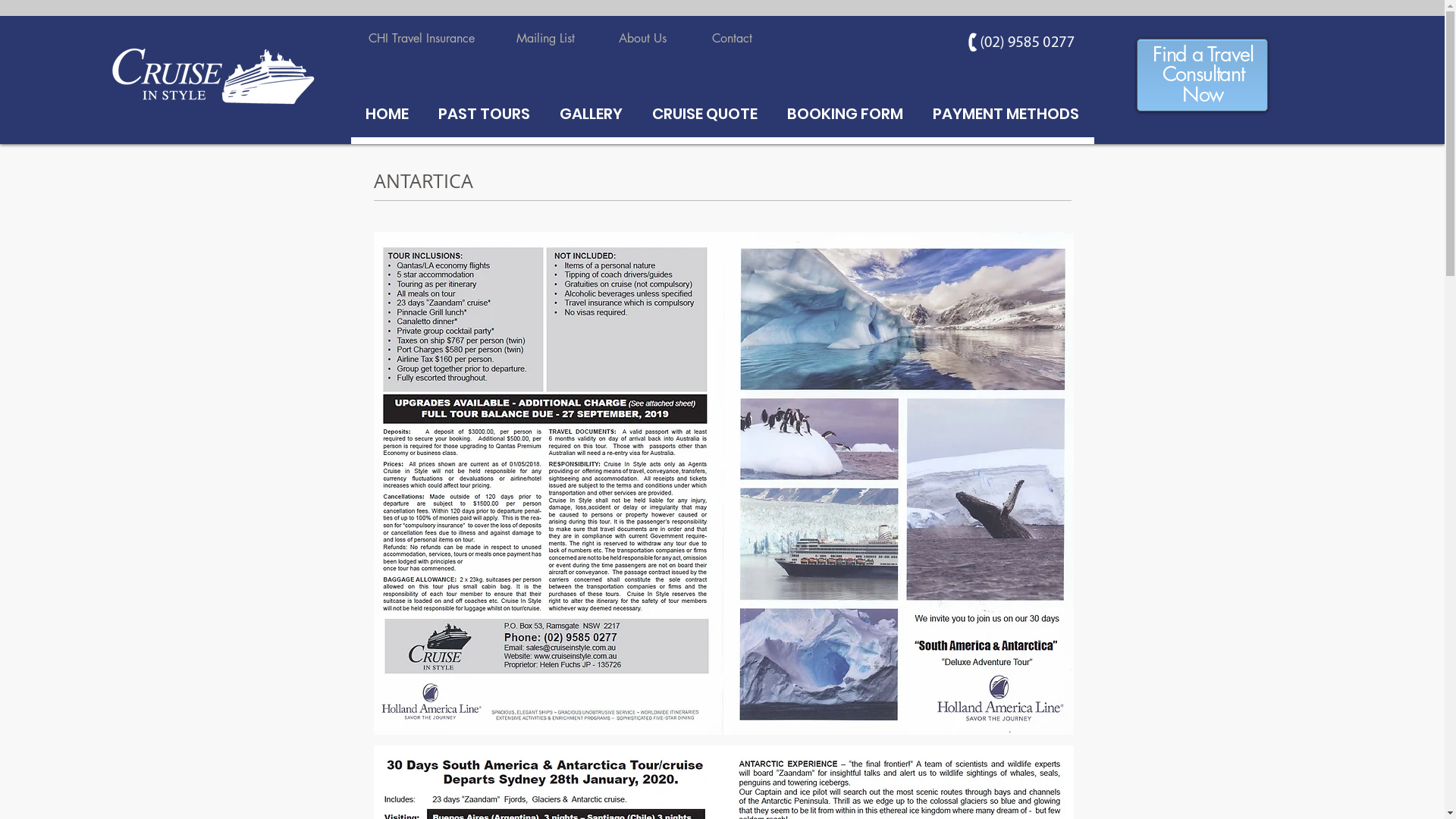 This screenshot has width=1456, height=819. What do you see at coordinates (1201, 65) in the screenshot?
I see `'Find a Travel Consultant'` at bounding box center [1201, 65].